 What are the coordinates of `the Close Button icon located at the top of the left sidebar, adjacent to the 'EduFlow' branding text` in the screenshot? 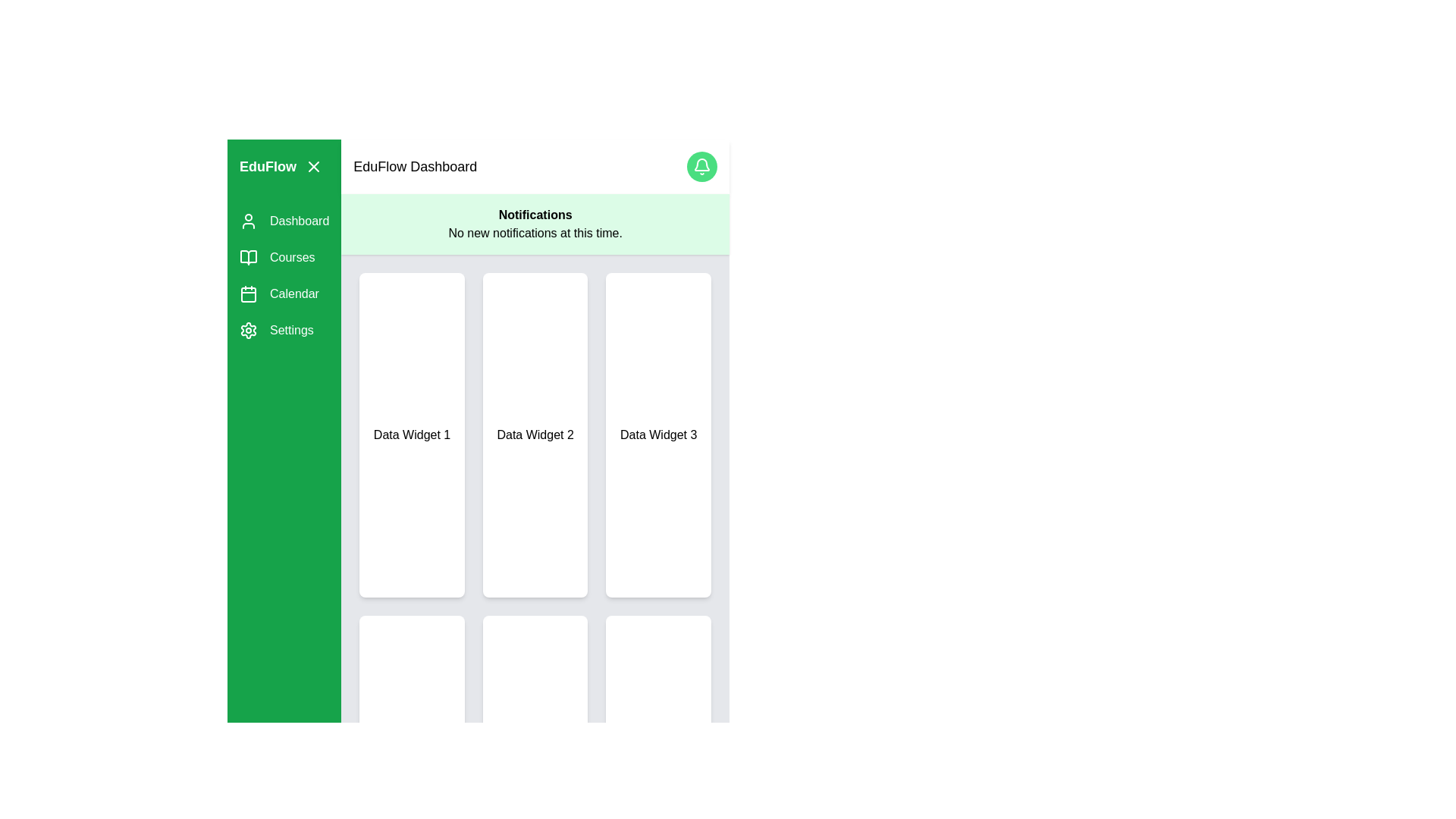 It's located at (313, 166).